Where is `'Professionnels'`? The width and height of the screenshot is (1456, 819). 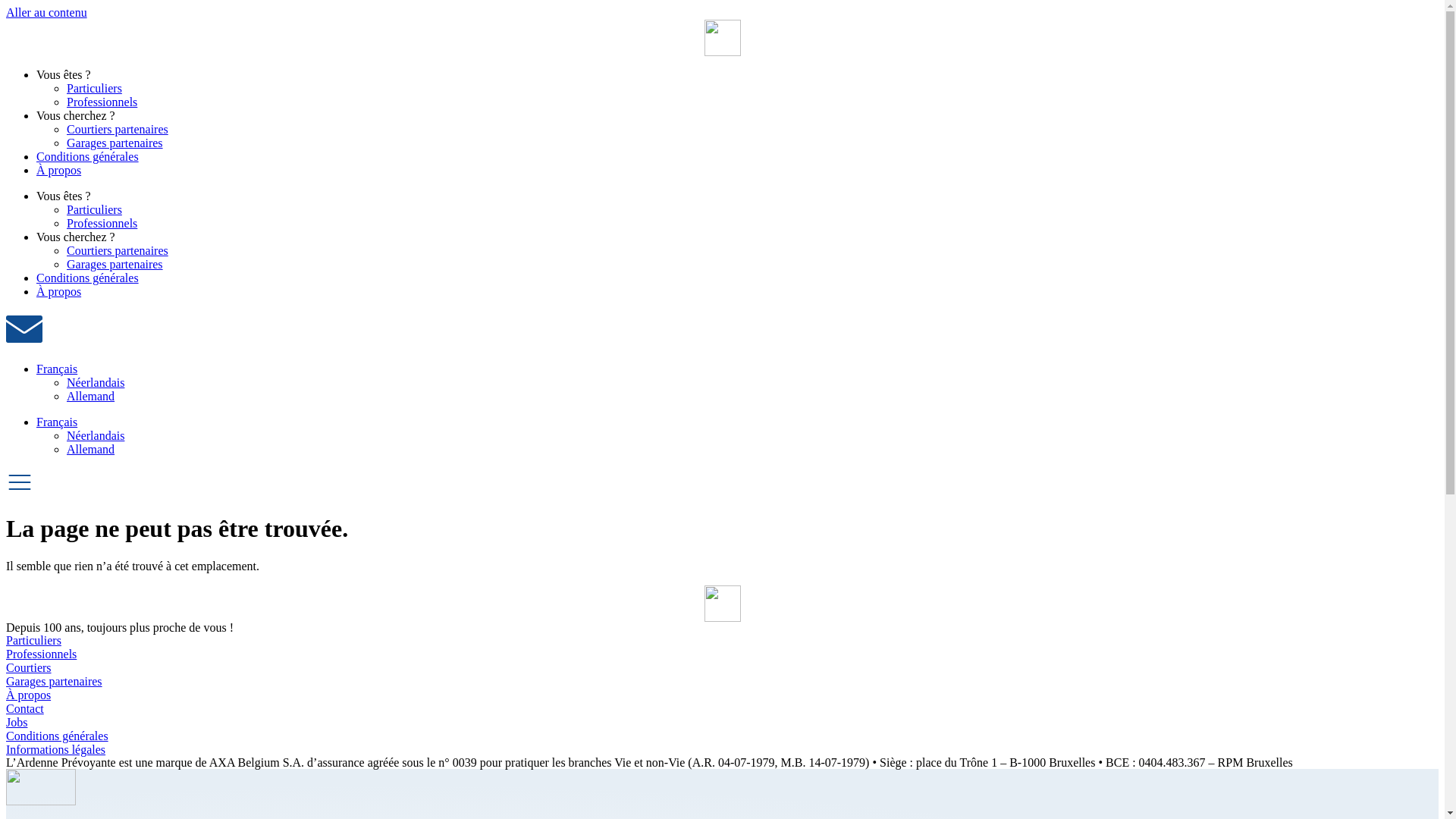 'Professionnels' is located at coordinates (101, 223).